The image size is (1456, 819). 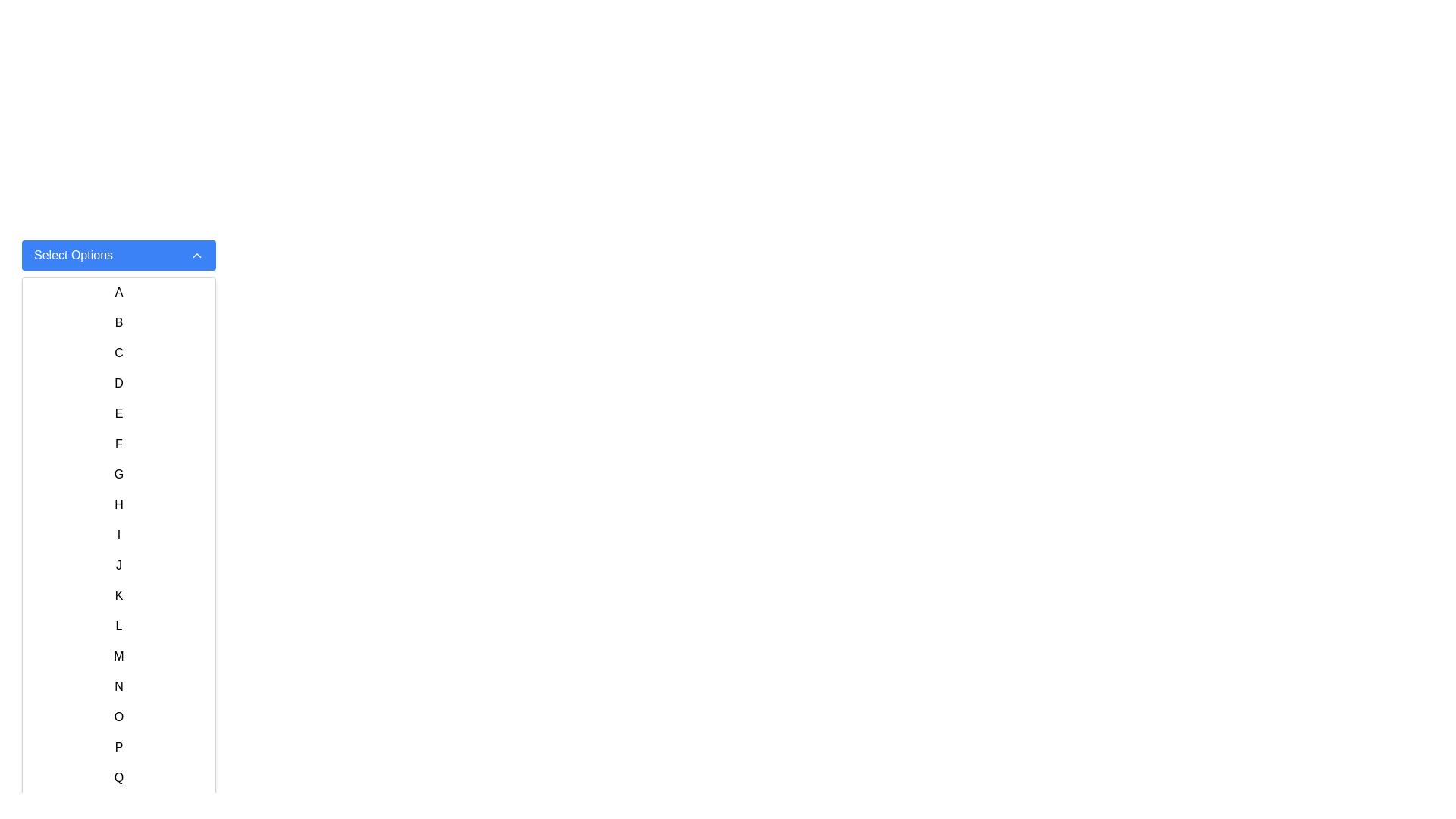 I want to click on the eighth list item in the alphabetical vertical list, positioned between 'G' and 'I', for interaction, so click(x=118, y=505).